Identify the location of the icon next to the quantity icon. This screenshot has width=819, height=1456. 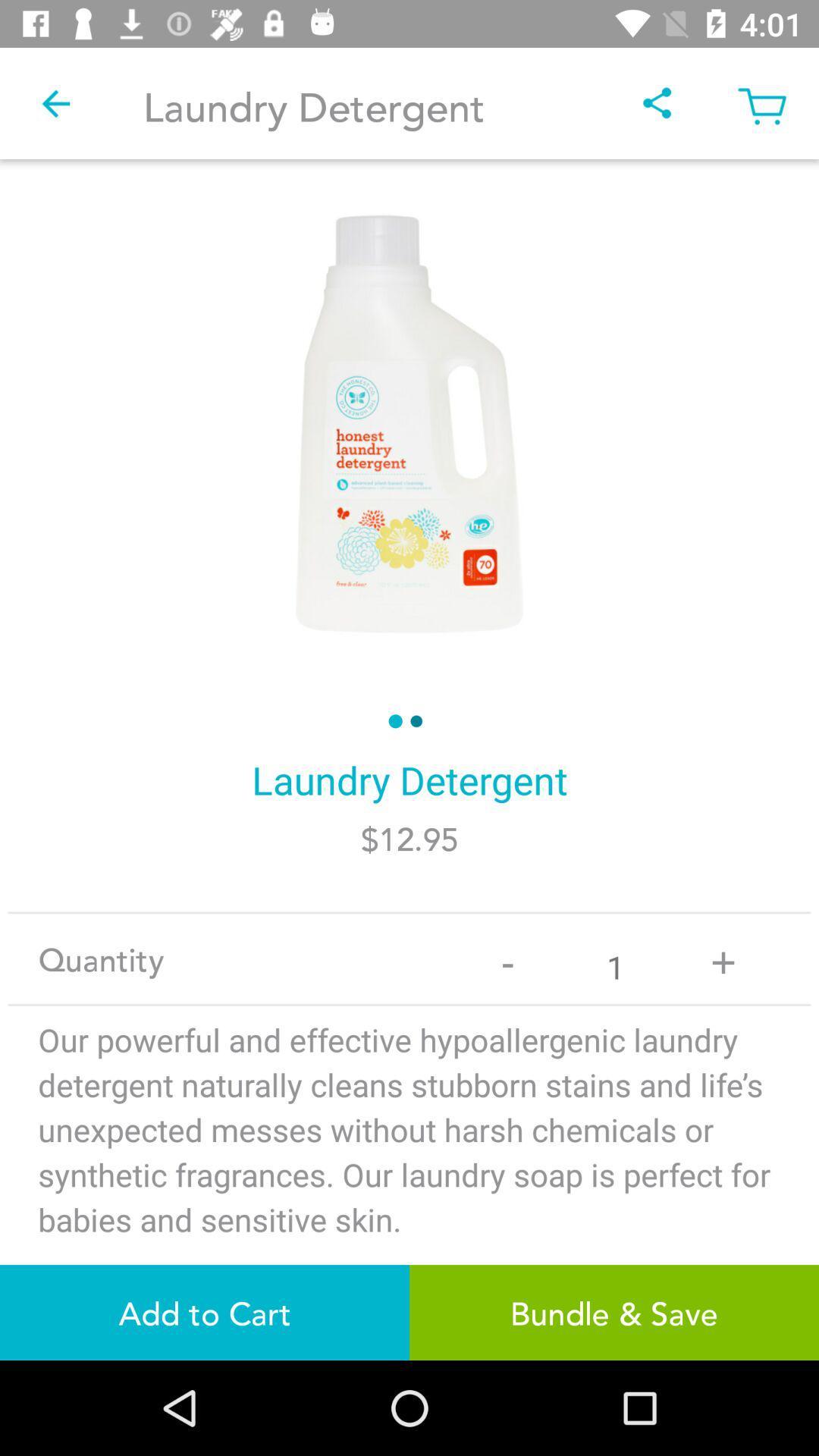
(507, 958).